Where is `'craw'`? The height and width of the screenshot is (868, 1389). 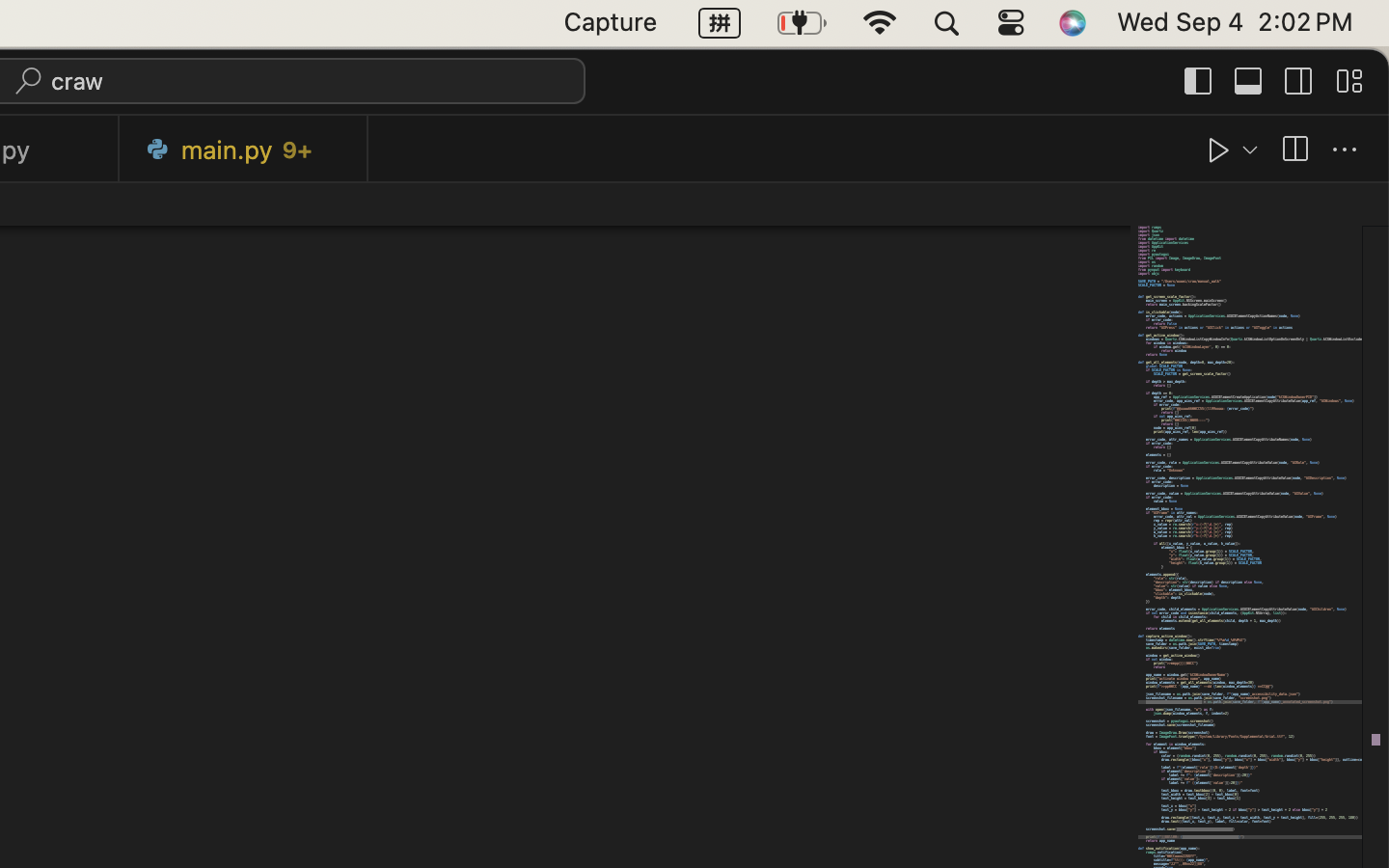 'craw' is located at coordinates (77, 79).